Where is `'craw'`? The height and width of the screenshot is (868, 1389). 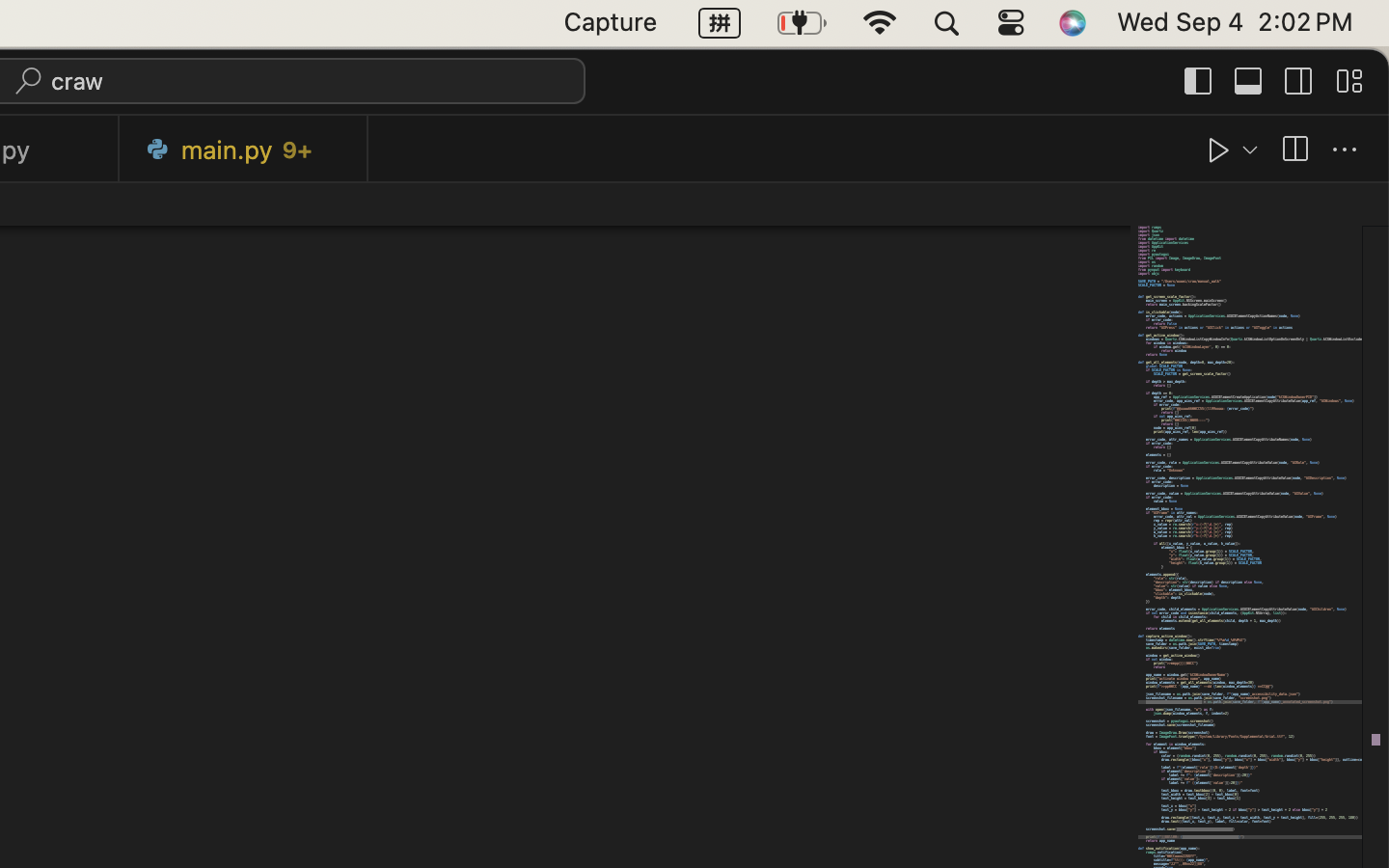 'craw' is located at coordinates (77, 79).